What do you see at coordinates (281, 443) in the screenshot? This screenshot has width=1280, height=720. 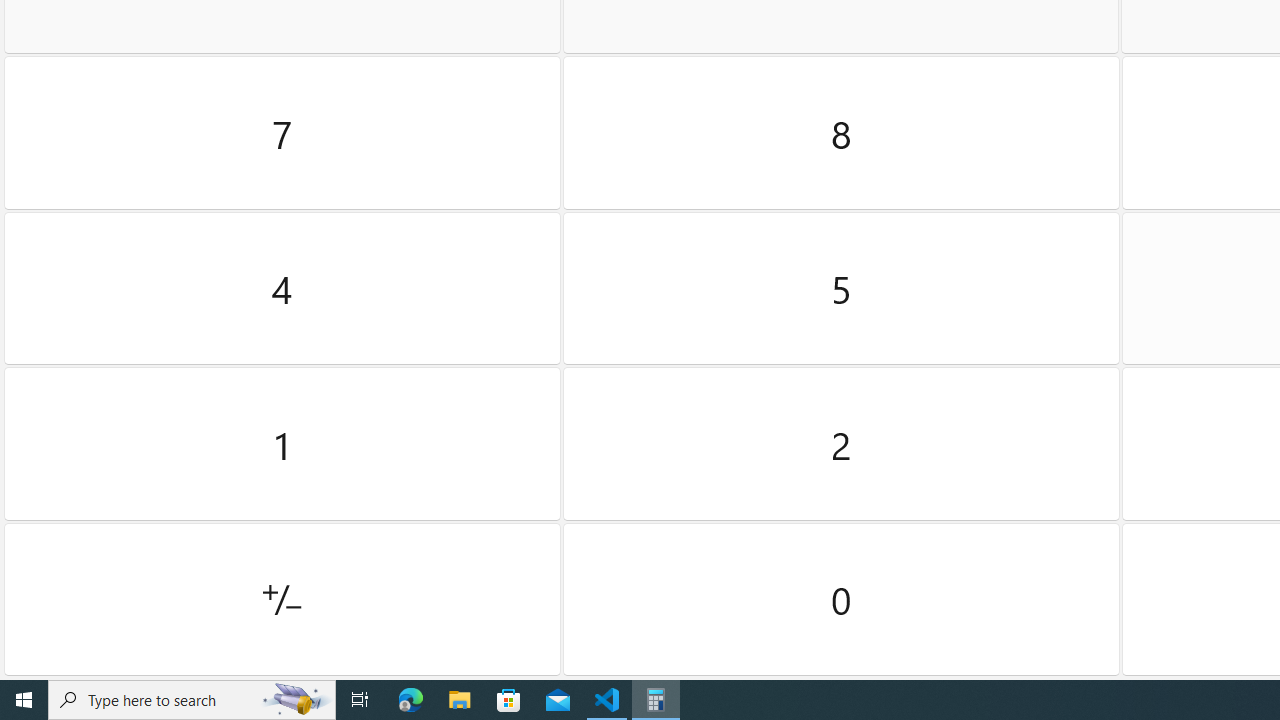 I see `'One'` at bounding box center [281, 443].